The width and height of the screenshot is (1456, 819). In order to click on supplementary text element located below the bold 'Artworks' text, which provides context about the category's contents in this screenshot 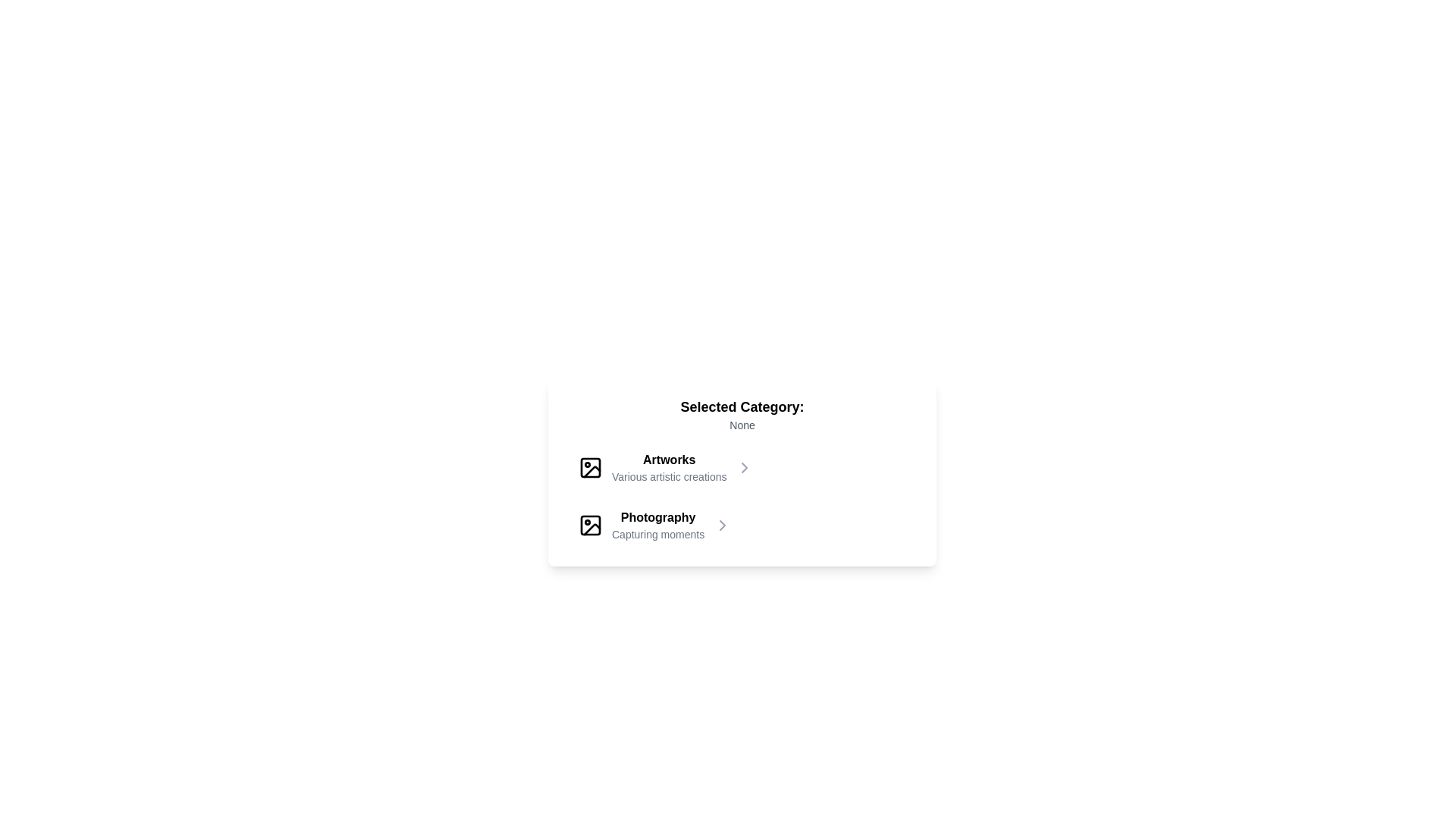, I will do `click(668, 475)`.